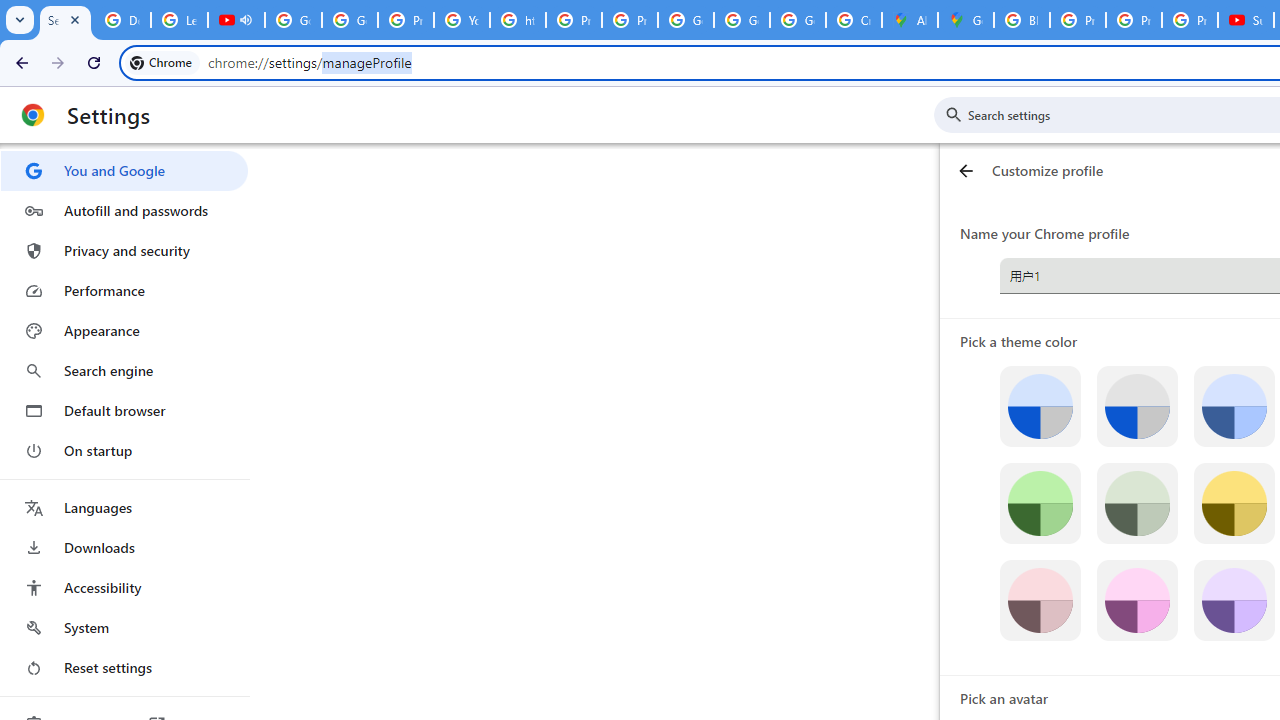 The width and height of the screenshot is (1280, 720). Describe the element at coordinates (461, 20) in the screenshot. I see `'YouTube'` at that location.